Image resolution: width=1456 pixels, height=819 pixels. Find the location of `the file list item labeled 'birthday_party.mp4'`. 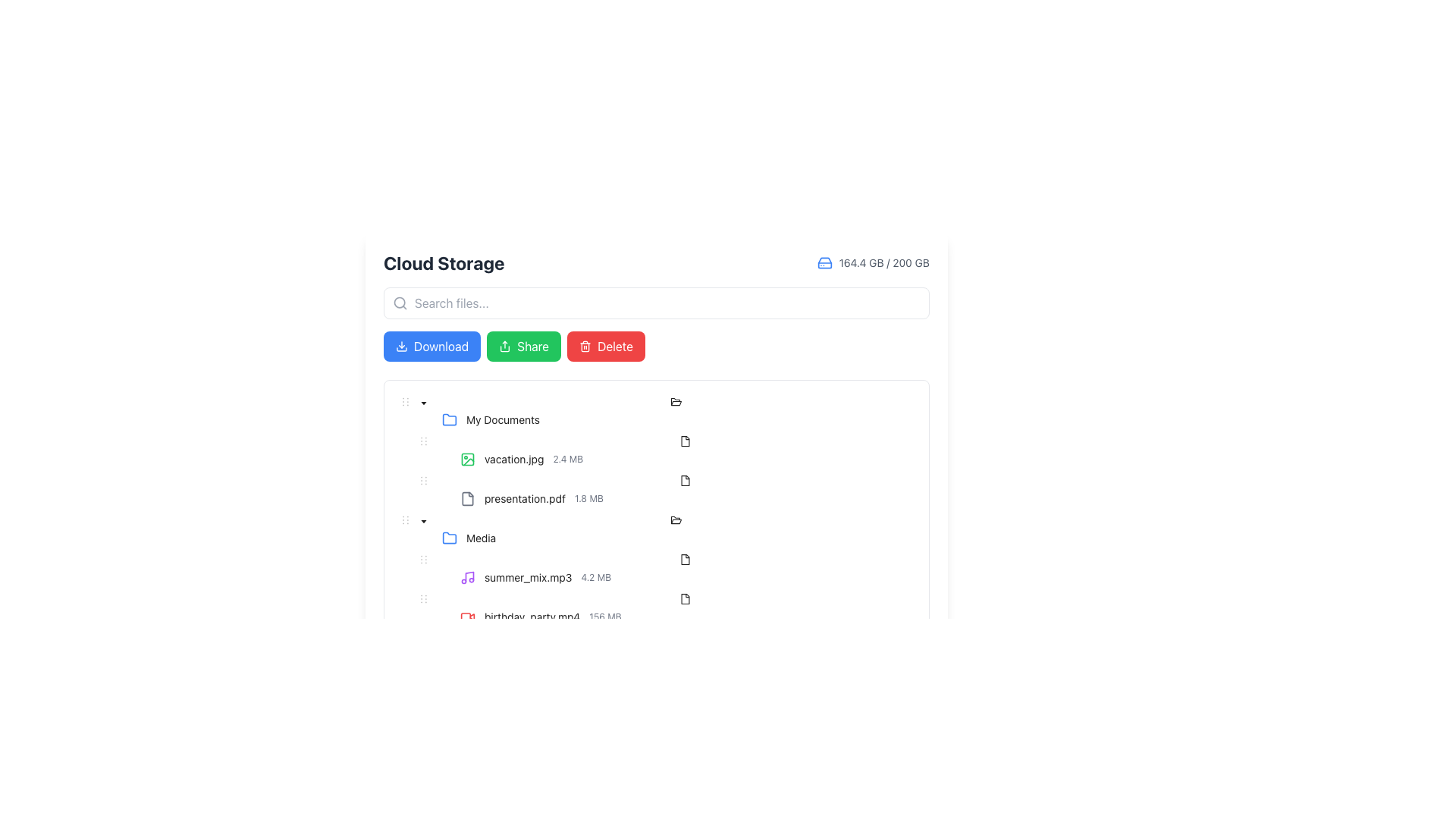

the file list item labeled 'birthday_party.mp4' is located at coordinates (684, 607).